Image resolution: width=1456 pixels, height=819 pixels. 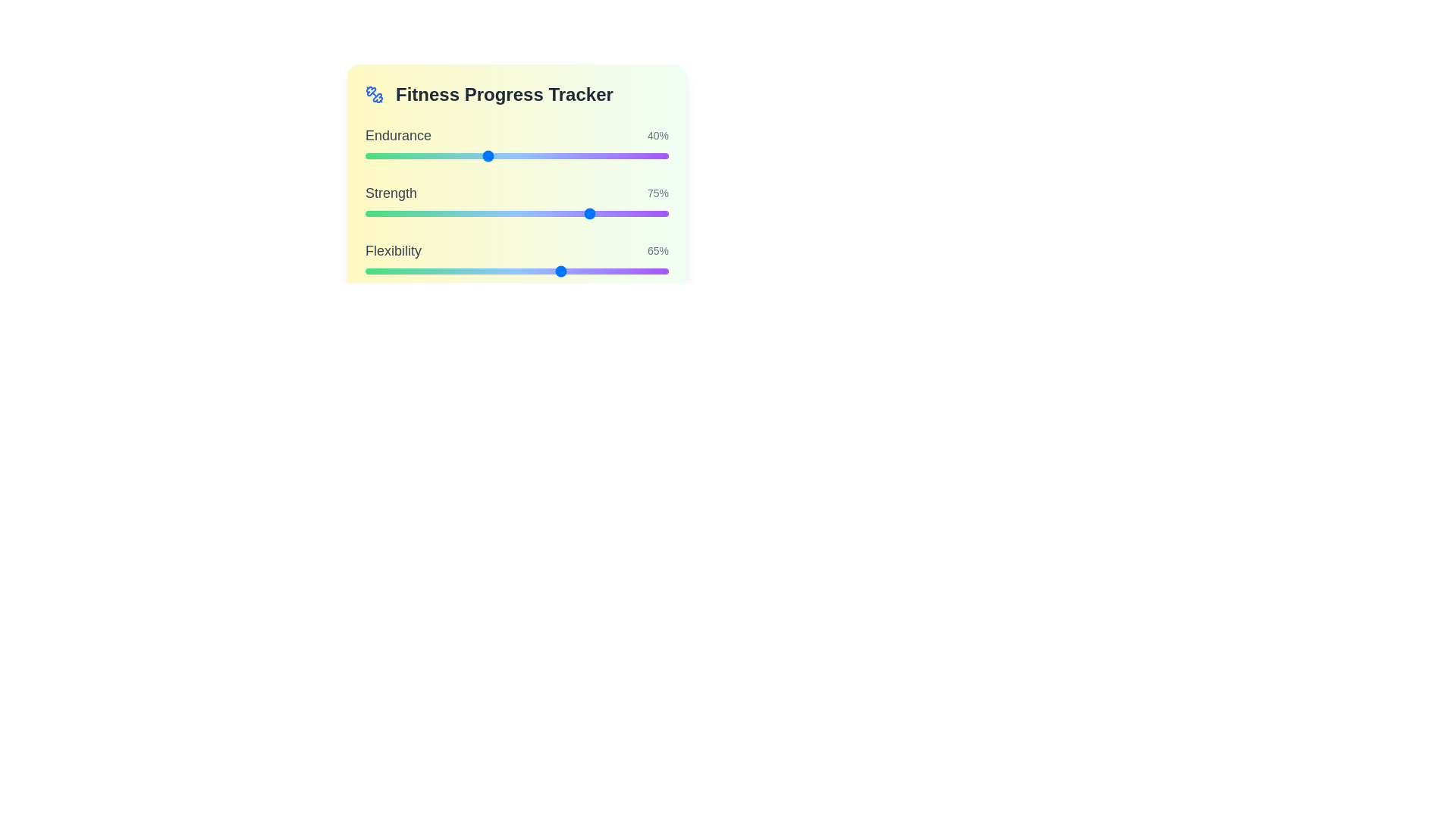 What do you see at coordinates (398, 134) in the screenshot?
I see `the 'Endurance' text label displayed in a medium-weight font, which is dark gray and part of the 'Fitness Progress Tracker' widget, positioned above a progress bar` at bounding box center [398, 134].